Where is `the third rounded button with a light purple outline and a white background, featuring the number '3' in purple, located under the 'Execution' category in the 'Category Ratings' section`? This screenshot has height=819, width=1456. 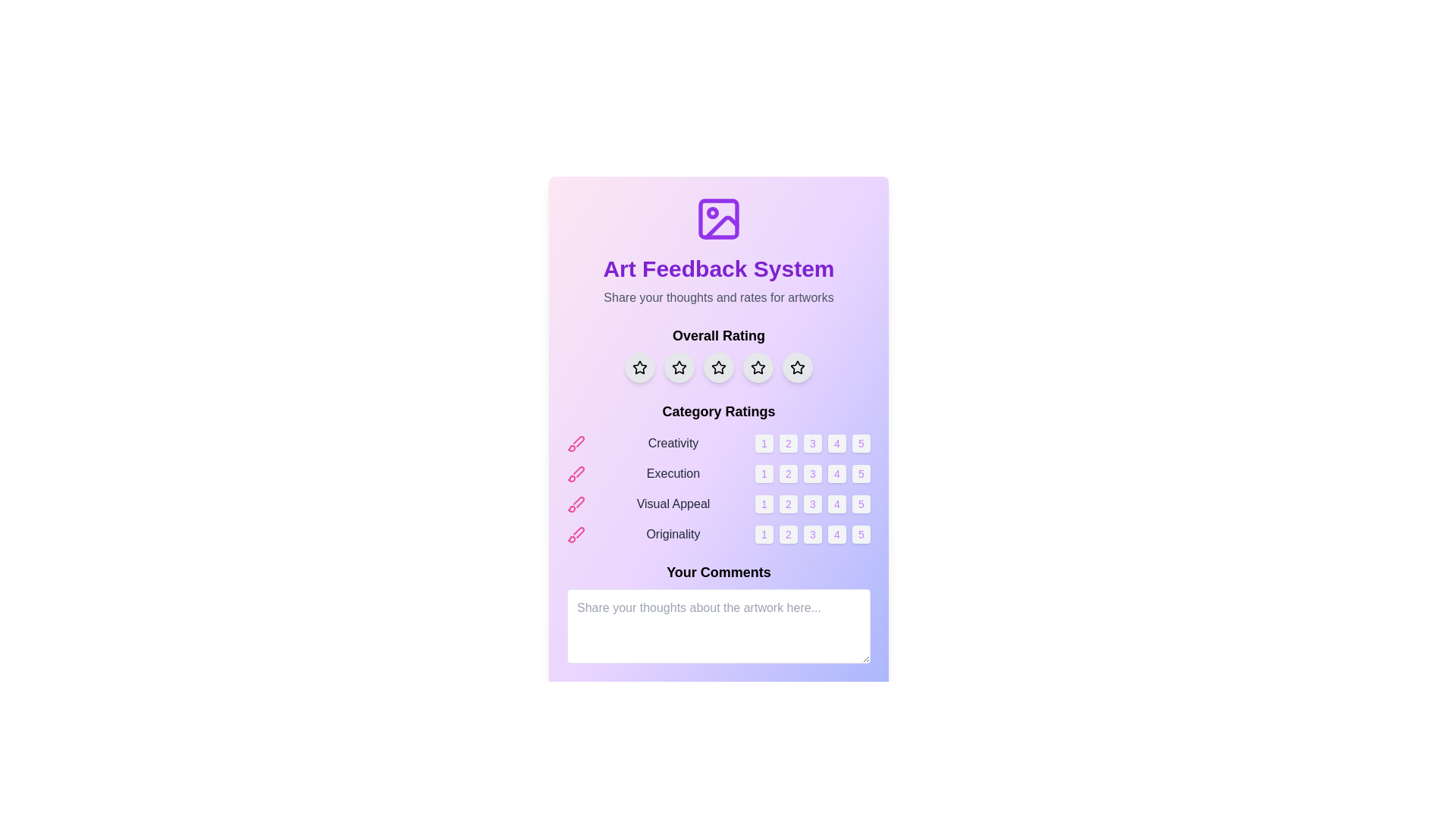 the third rounded button with a light purple outline and a white background, featuring the number '3' in purple, located under the 'Execution' category in the 'Category Ratings' section is located at coordinates (811, 472).